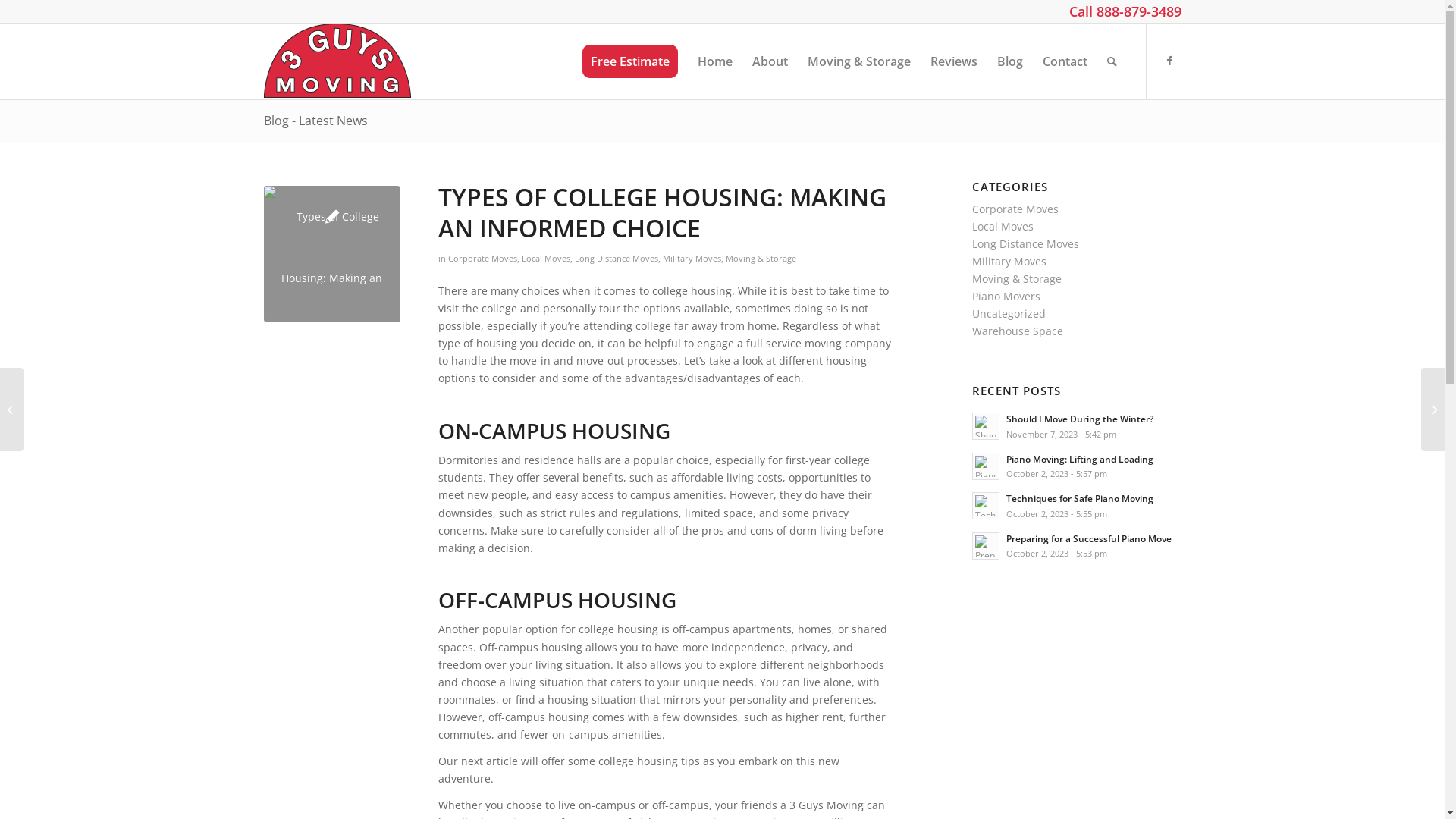  Describe the element at coordinates (570, 61) in the screenshot. I see `'Free Estimate'` at that location.